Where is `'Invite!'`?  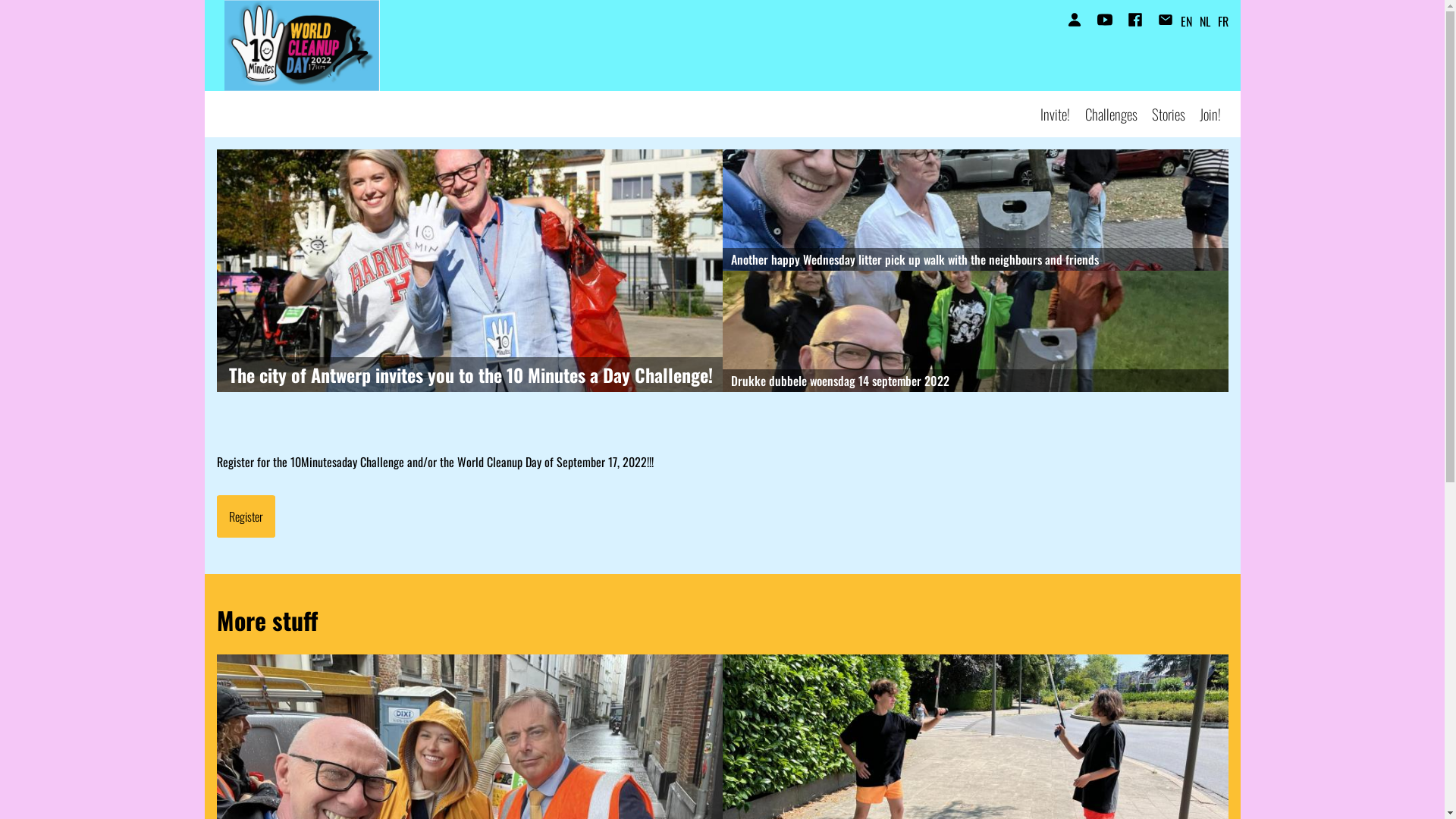
'Invite!' is located at coordinates (1054, 113).